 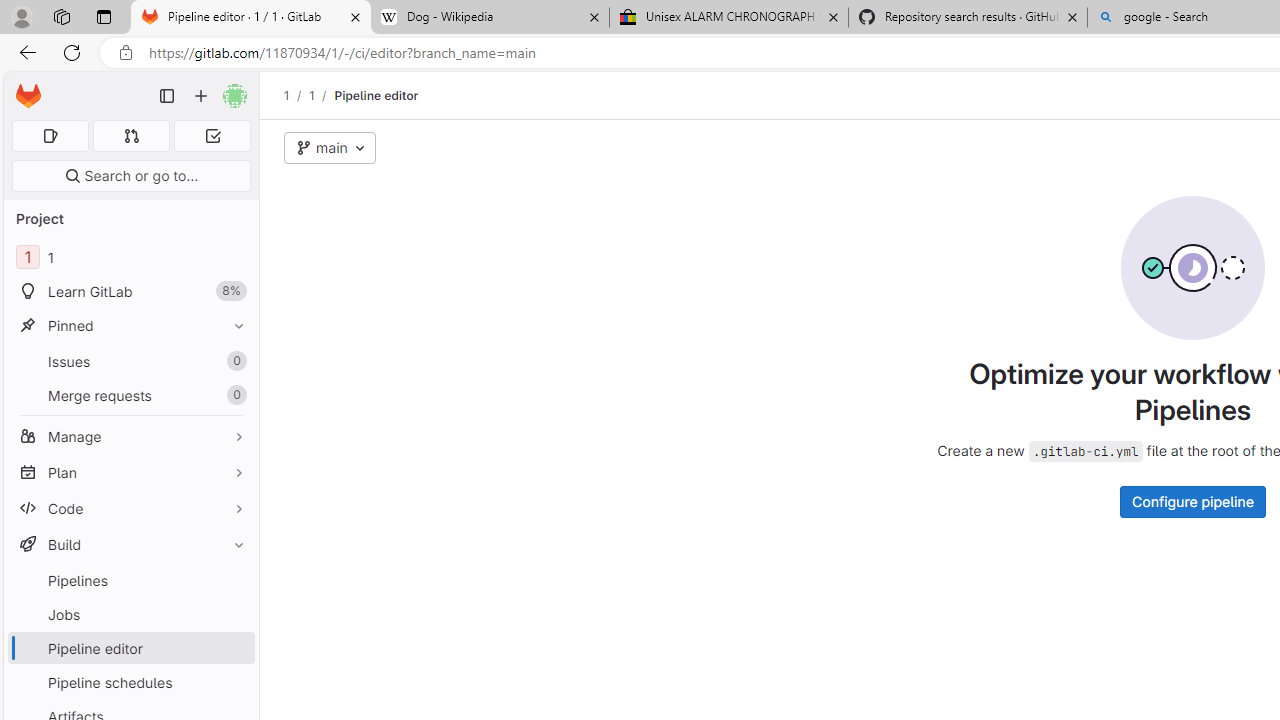 What do you see at coordinates (321, 95) in the screenshot?
I see `'1/'` at bounding box center [321, 95].